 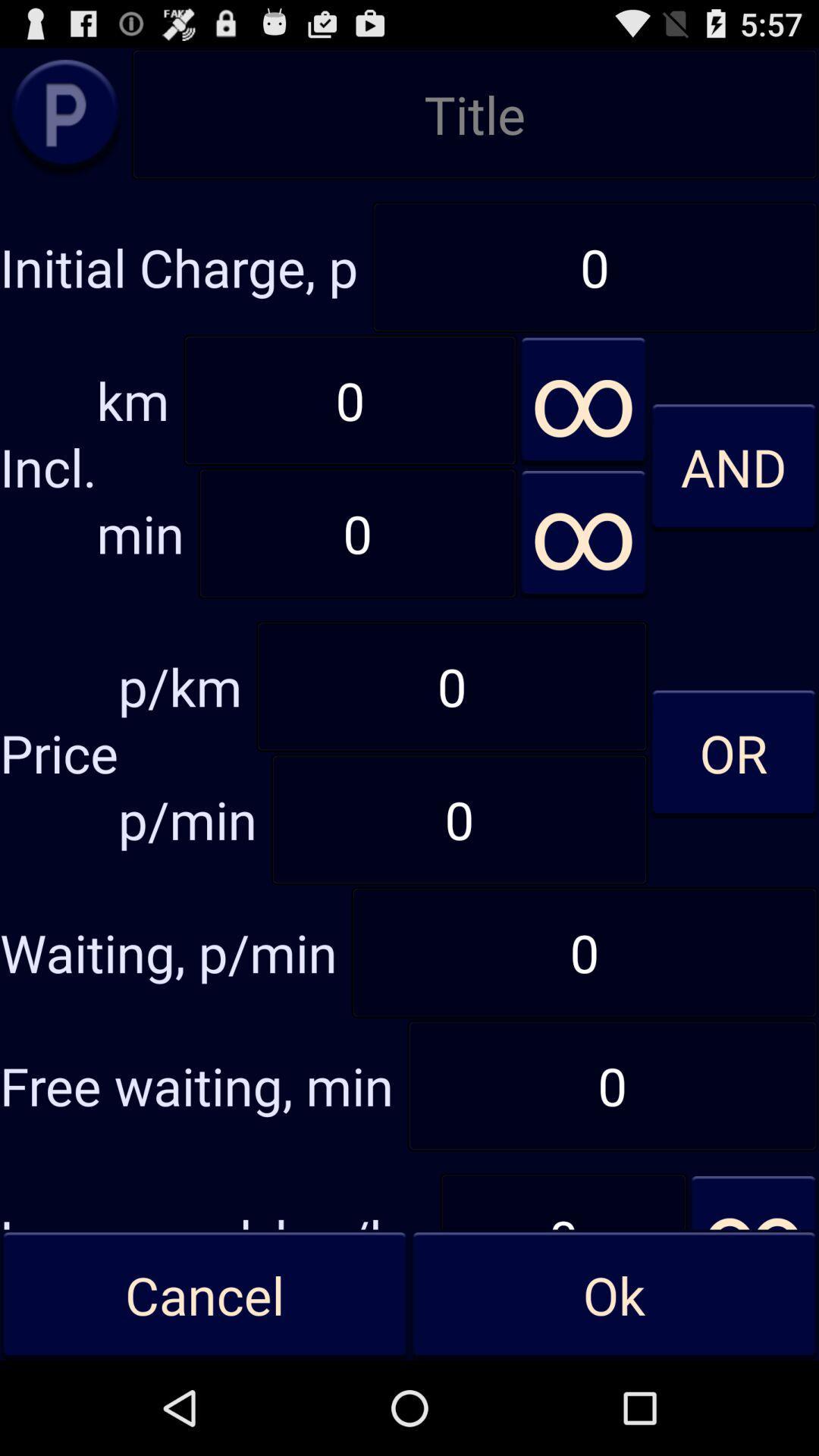 What do you see at coordinates (733, 753) in the screenshot?
I see `or` at bounding box center [733, 753].